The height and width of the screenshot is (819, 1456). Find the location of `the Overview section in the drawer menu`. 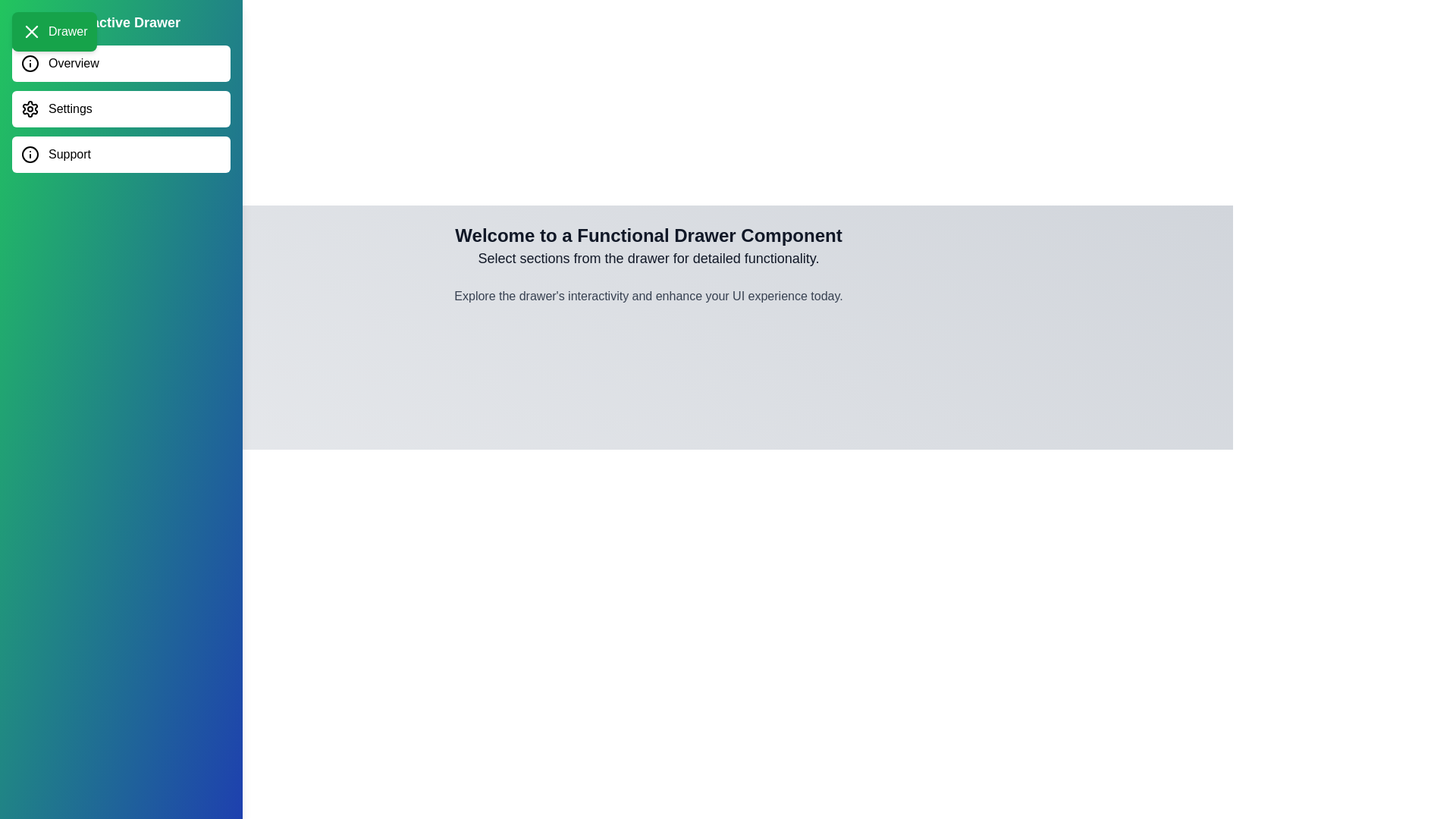

the Overview section in the drawer menu is located at coordinates (120, 63).